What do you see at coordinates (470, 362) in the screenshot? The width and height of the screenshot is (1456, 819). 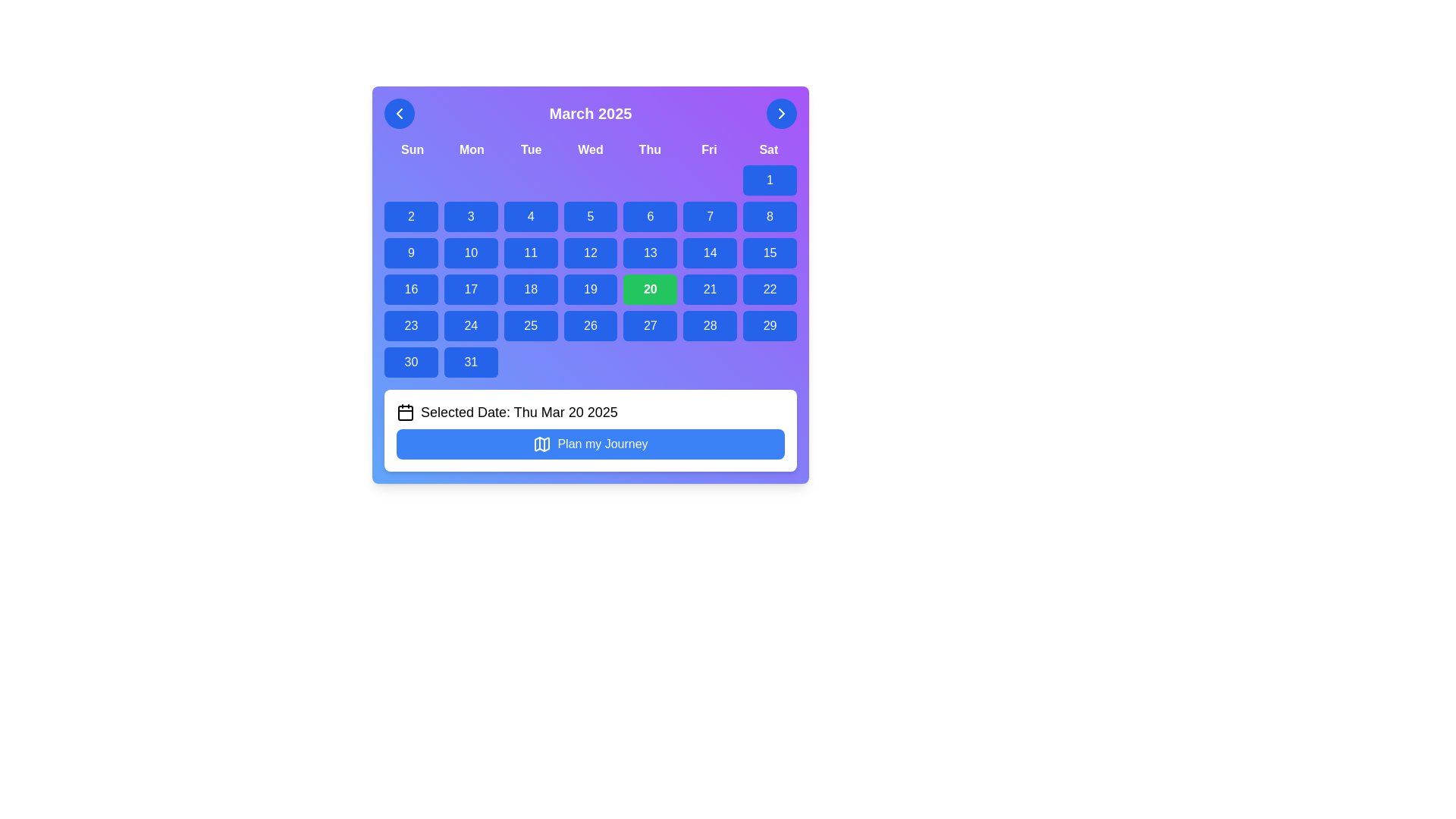 I see `the last day of the month button (31) in the calendar interface to trigger the hover state` at bounding box center [470, 362].